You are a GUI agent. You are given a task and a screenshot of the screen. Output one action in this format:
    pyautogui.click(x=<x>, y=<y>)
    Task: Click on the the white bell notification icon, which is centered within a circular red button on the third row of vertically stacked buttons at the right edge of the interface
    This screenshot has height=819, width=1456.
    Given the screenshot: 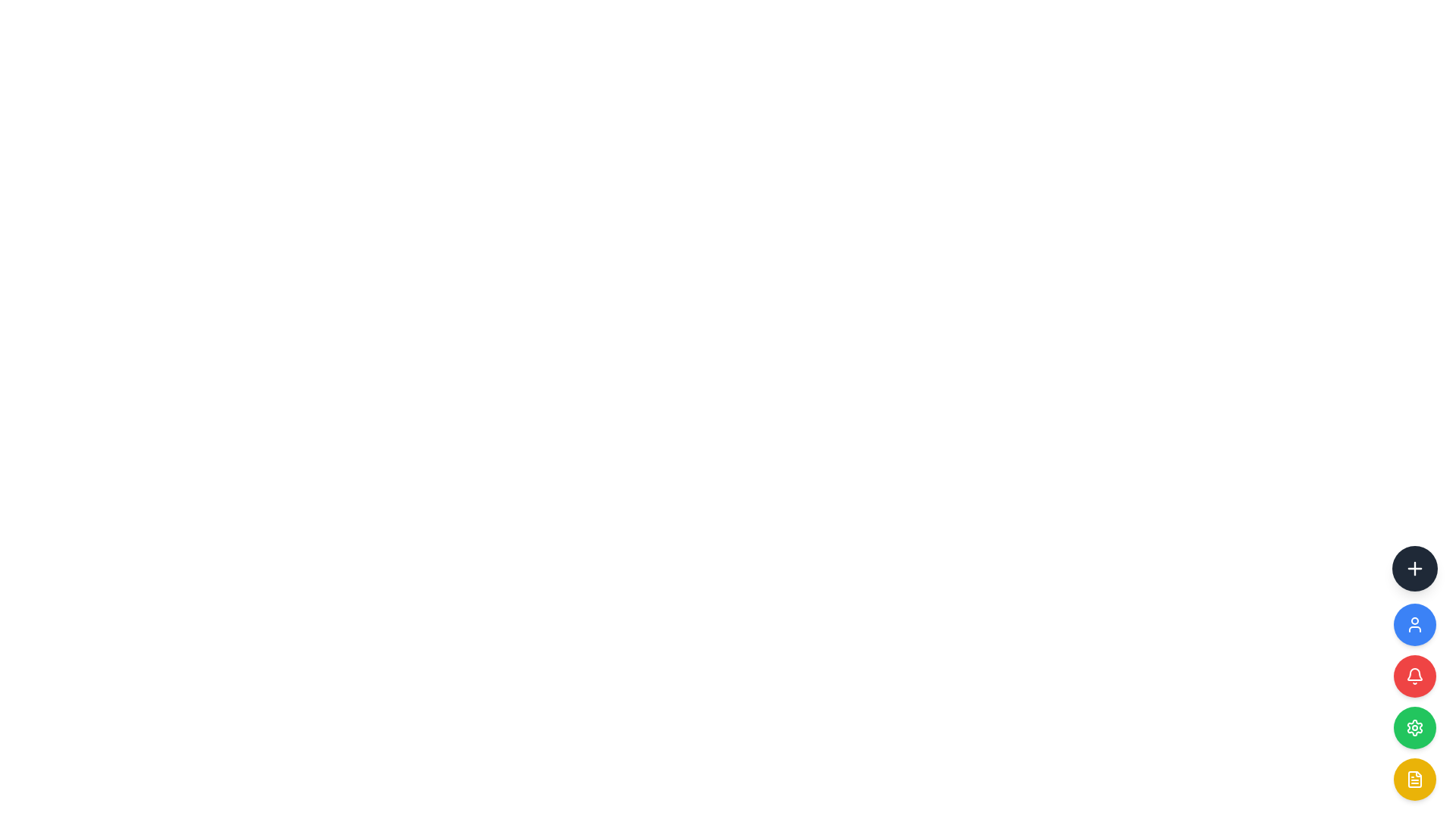 What is the action you would take?
    pyautogui.click(x=1414, y=675)
    